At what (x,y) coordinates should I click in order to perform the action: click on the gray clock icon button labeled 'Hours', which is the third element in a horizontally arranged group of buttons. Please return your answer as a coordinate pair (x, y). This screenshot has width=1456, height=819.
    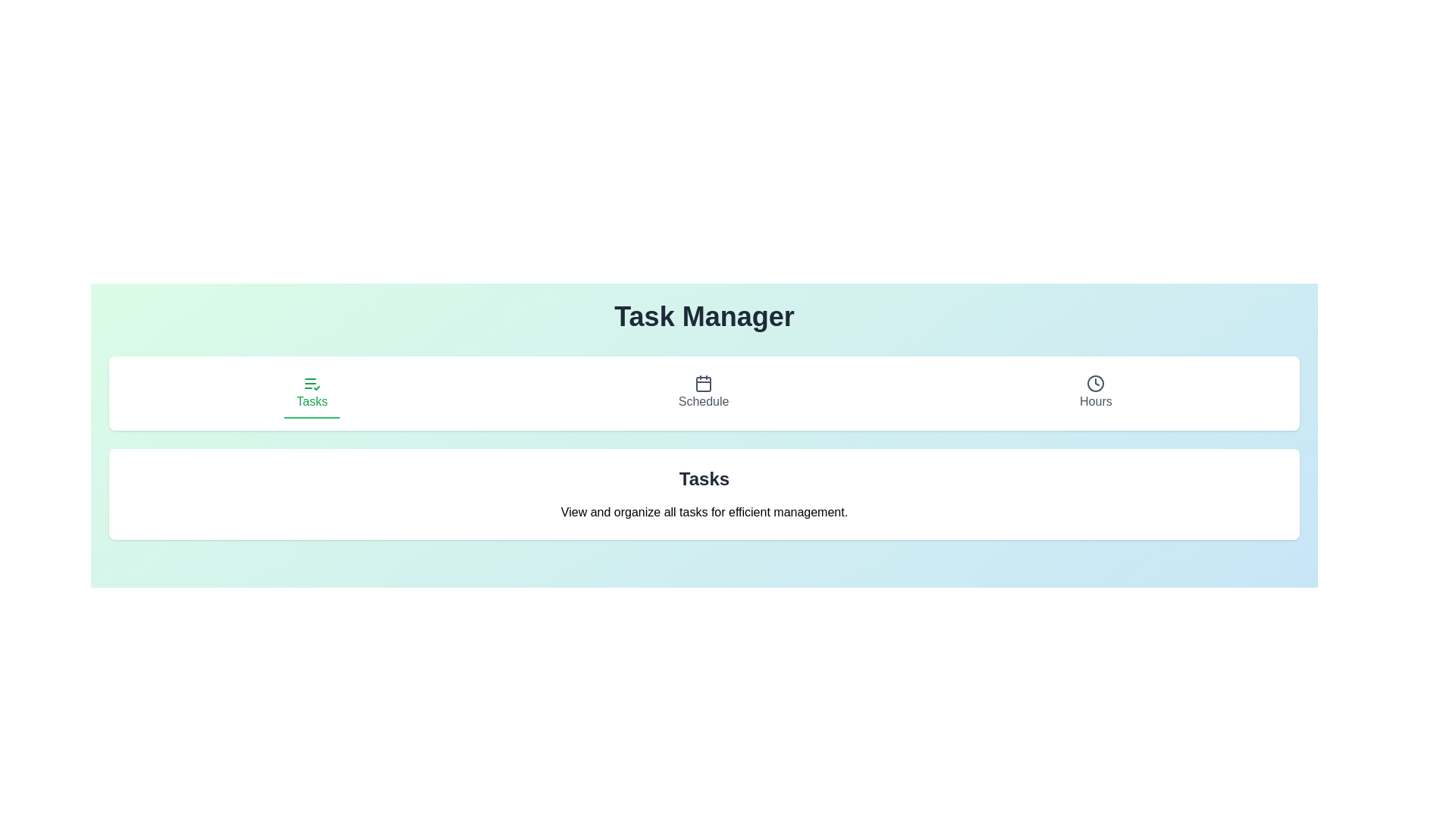
    Looking at the image, I should click on (1096, 393).